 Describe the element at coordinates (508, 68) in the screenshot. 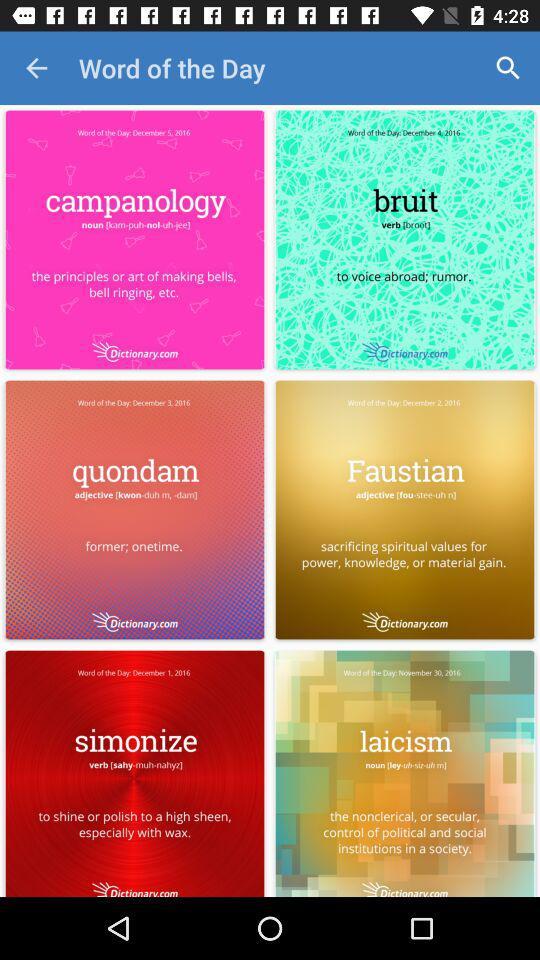

I see `the app next to word of the icon` at that location.